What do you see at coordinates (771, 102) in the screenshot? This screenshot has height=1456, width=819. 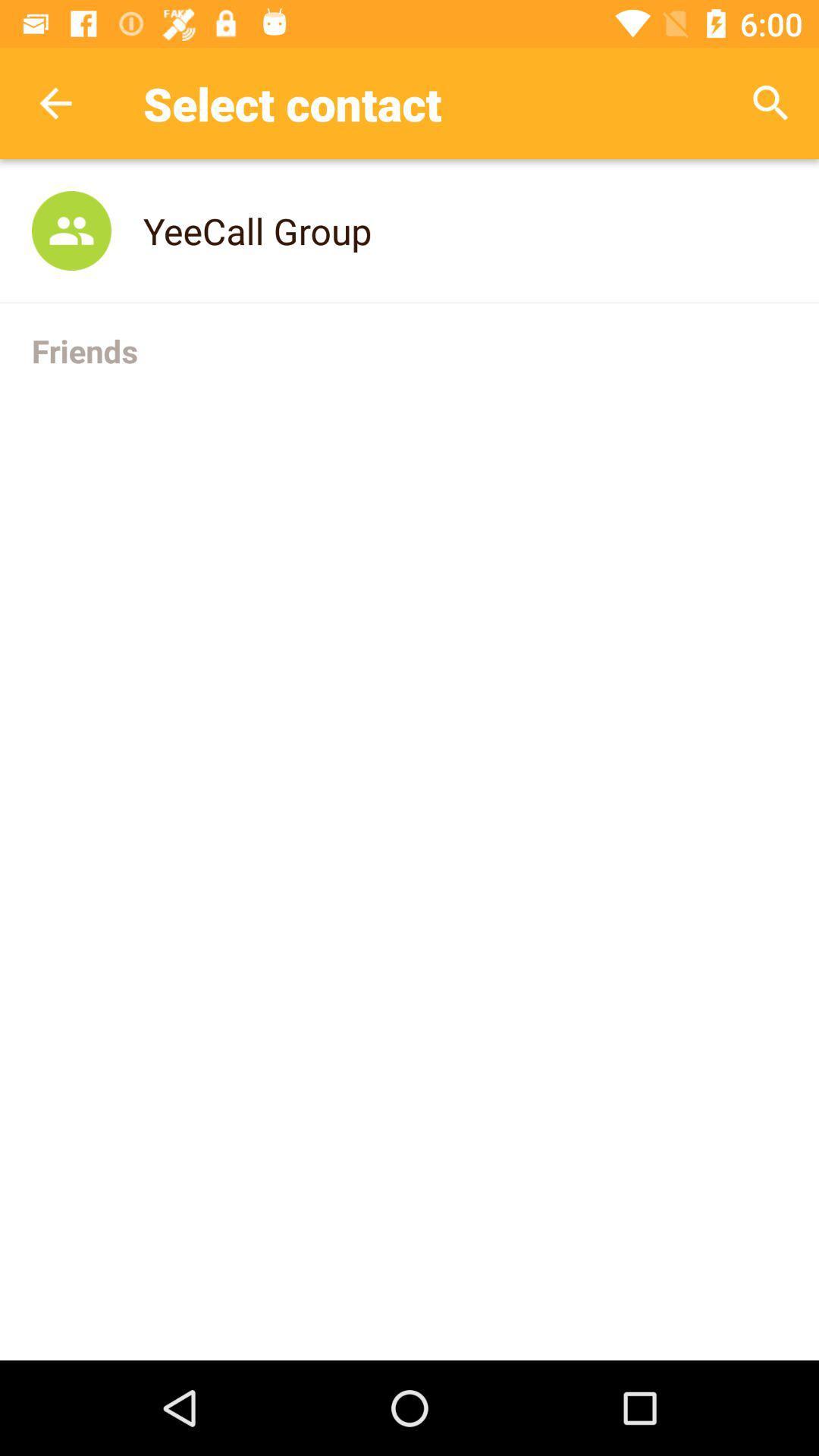 I see `item to the right of the select contact app` at bounding box center [771, 102].